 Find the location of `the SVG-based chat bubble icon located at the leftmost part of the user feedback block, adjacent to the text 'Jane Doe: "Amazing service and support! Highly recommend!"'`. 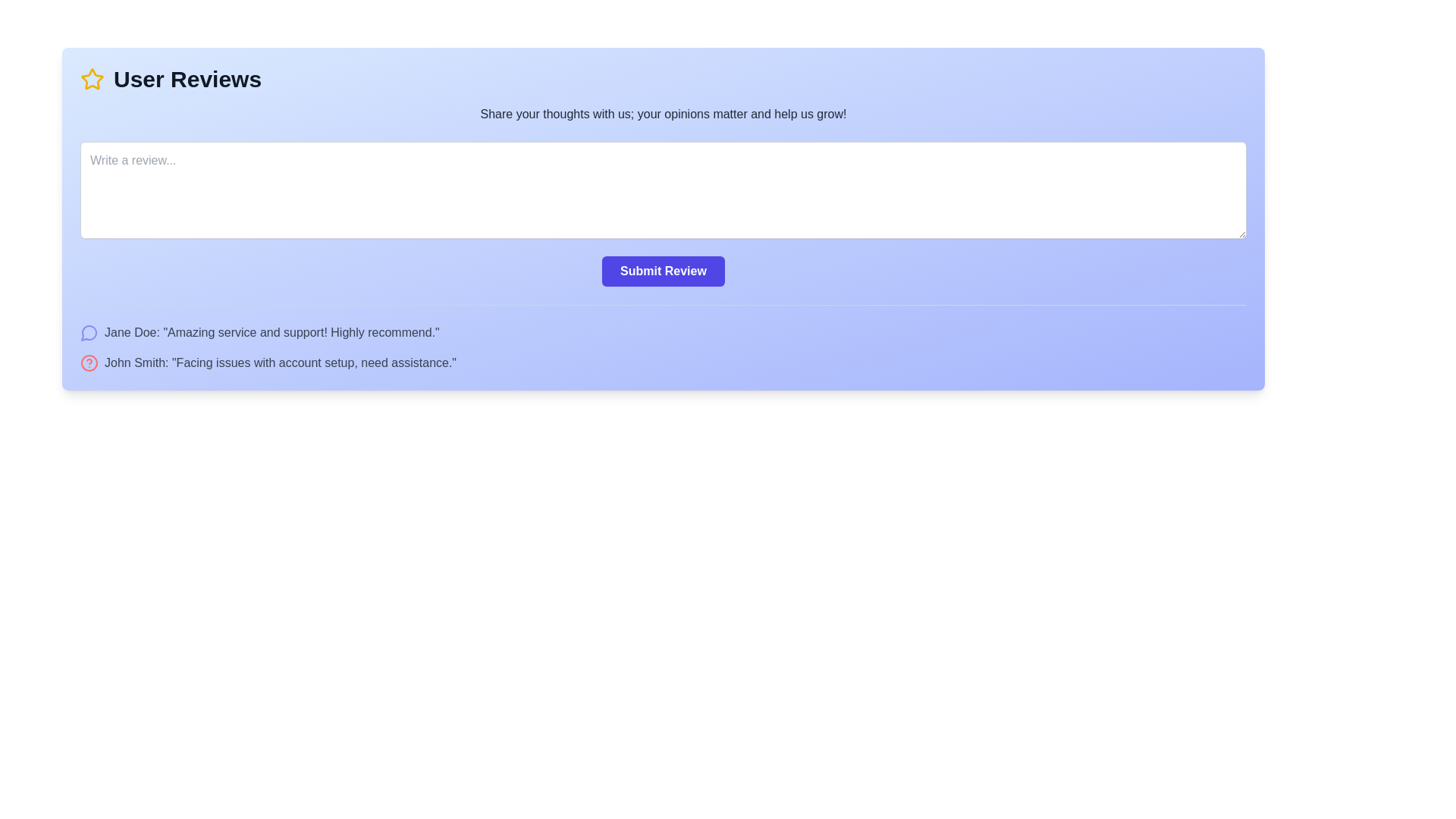

the SVG-based chat bubble icon located at the leftmost part of the user feedback block, adjacent to the text 'Jane Doe: "Amazing service and support! Highly recommend!"' is located at coordinates (89, 332).